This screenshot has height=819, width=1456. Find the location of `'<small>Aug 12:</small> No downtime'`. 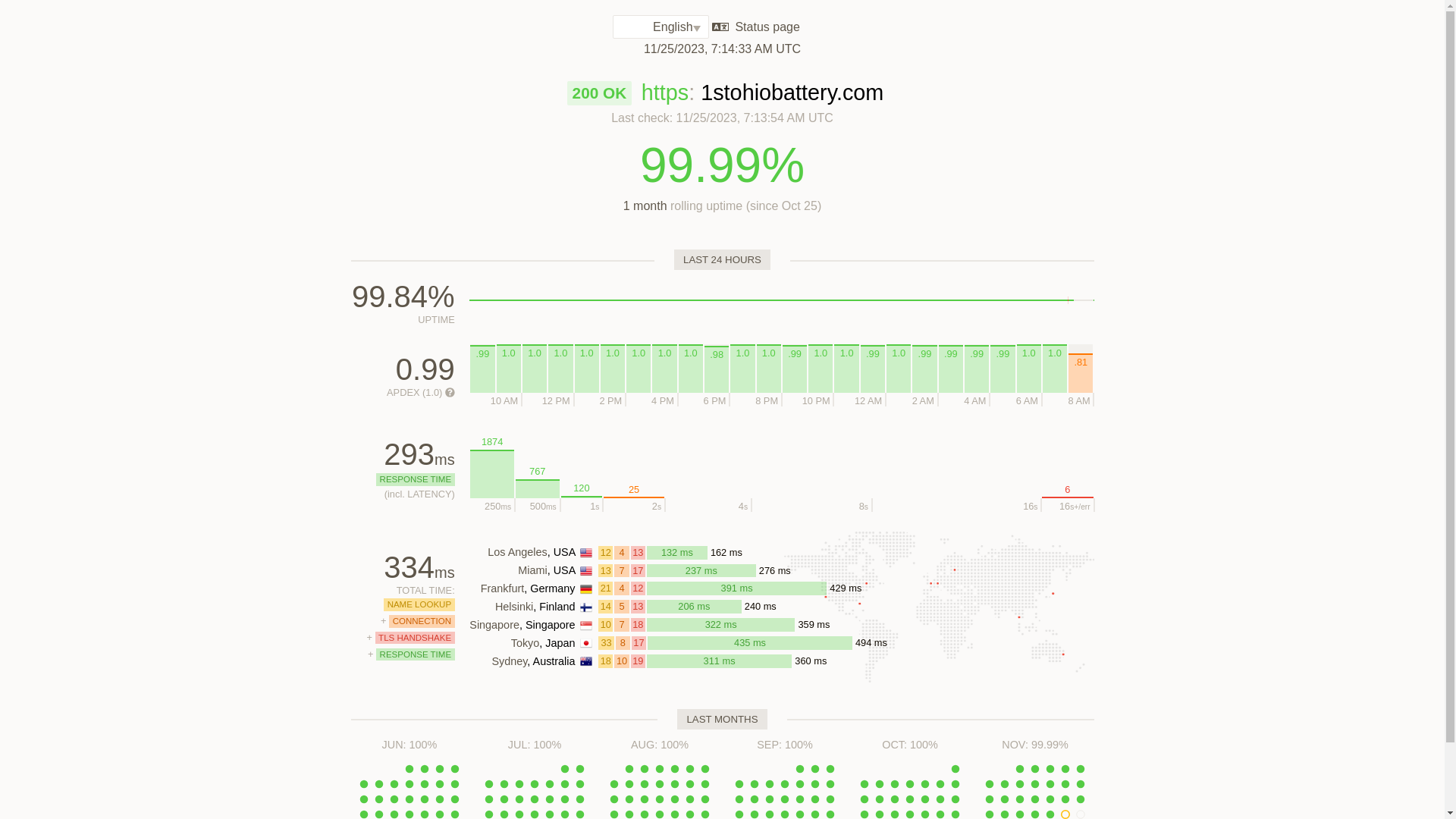

'<small>Aug 12:</small> No downtime' is located at coordinates (689, 783).